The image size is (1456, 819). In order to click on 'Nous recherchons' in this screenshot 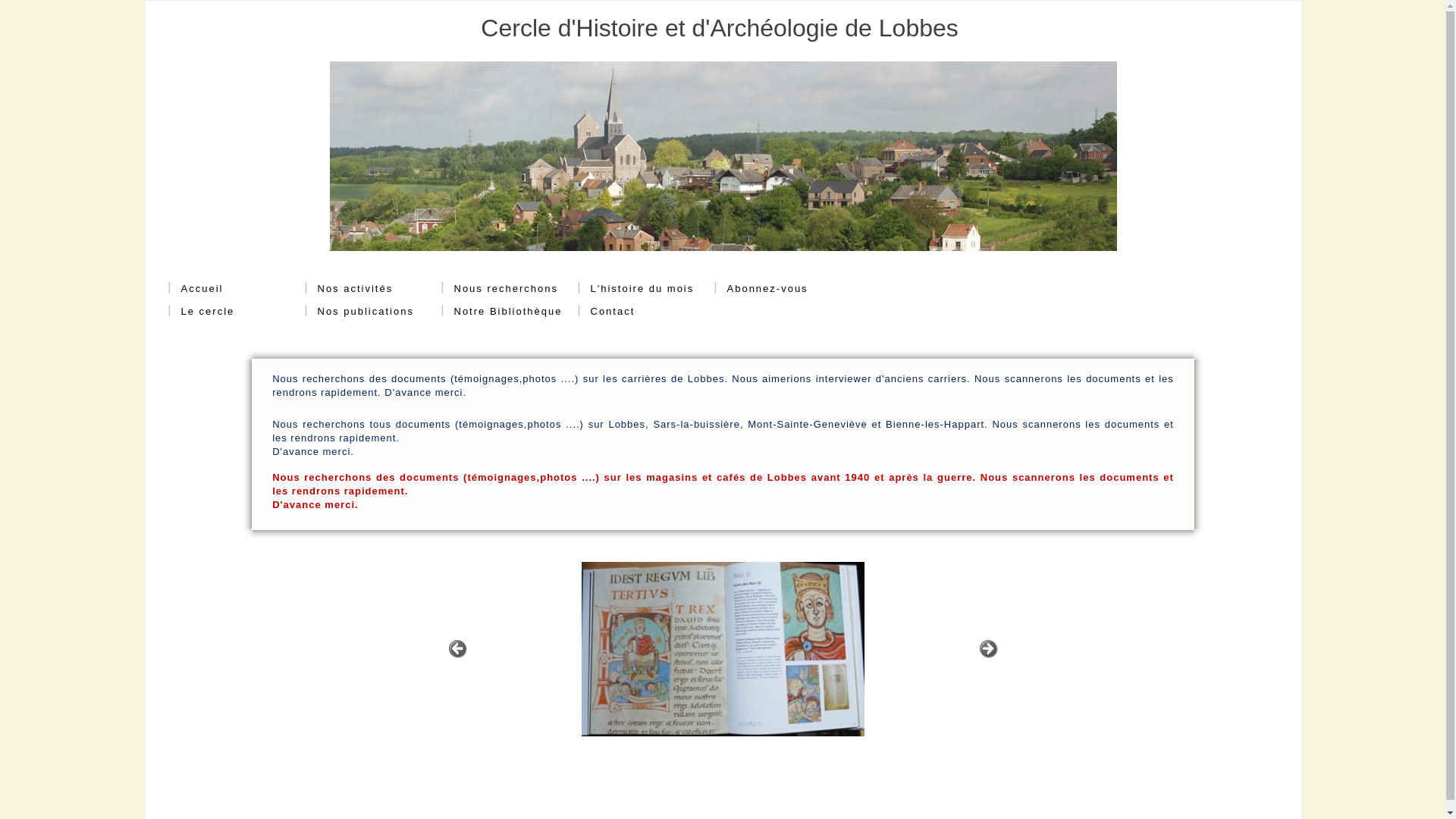, I will do `click(453, 289)`.